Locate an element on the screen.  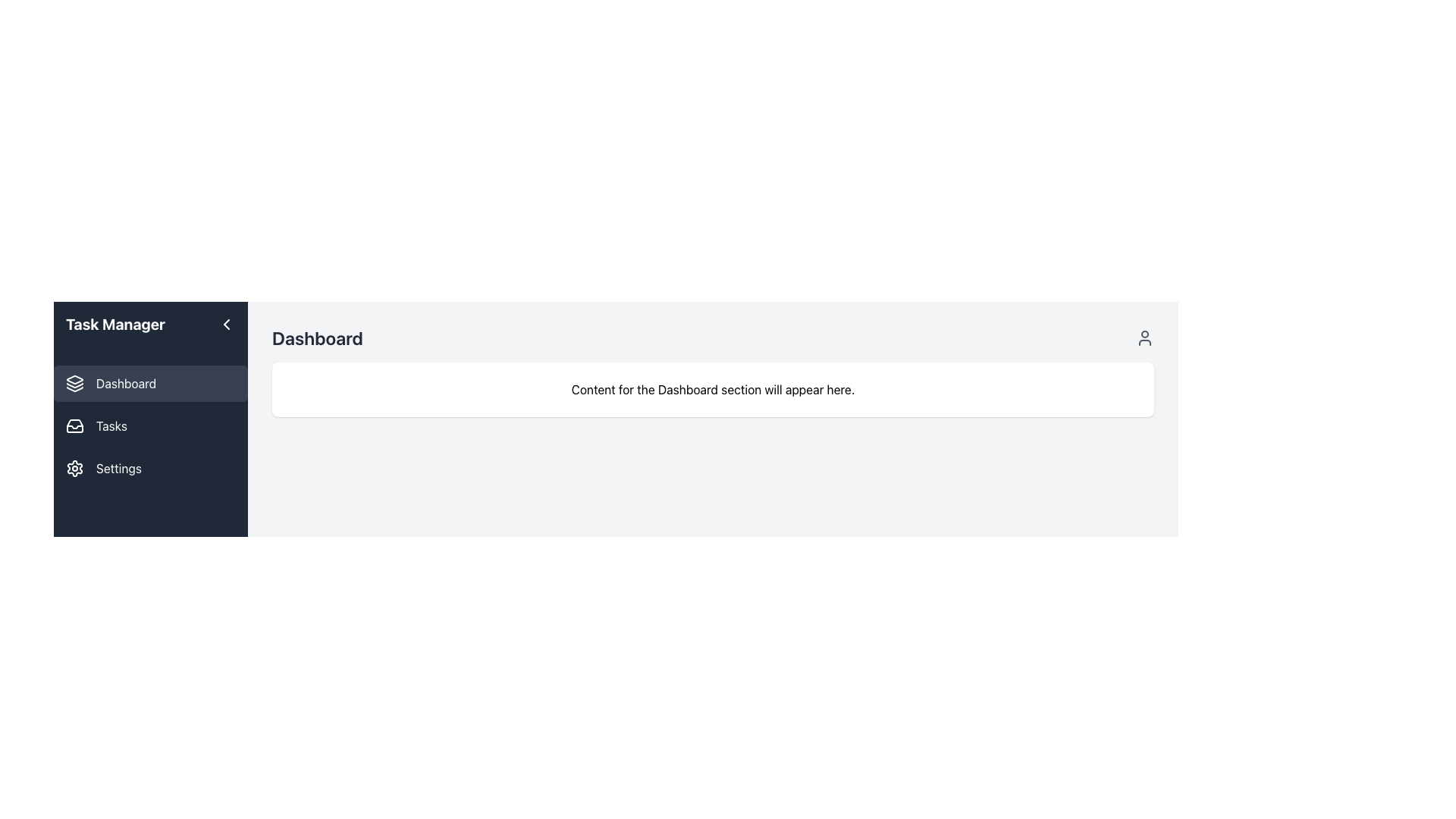
the settings navigation button located in the sidebar, which is the third item below the 'Tasks' button is located at coordinates (150, 467).